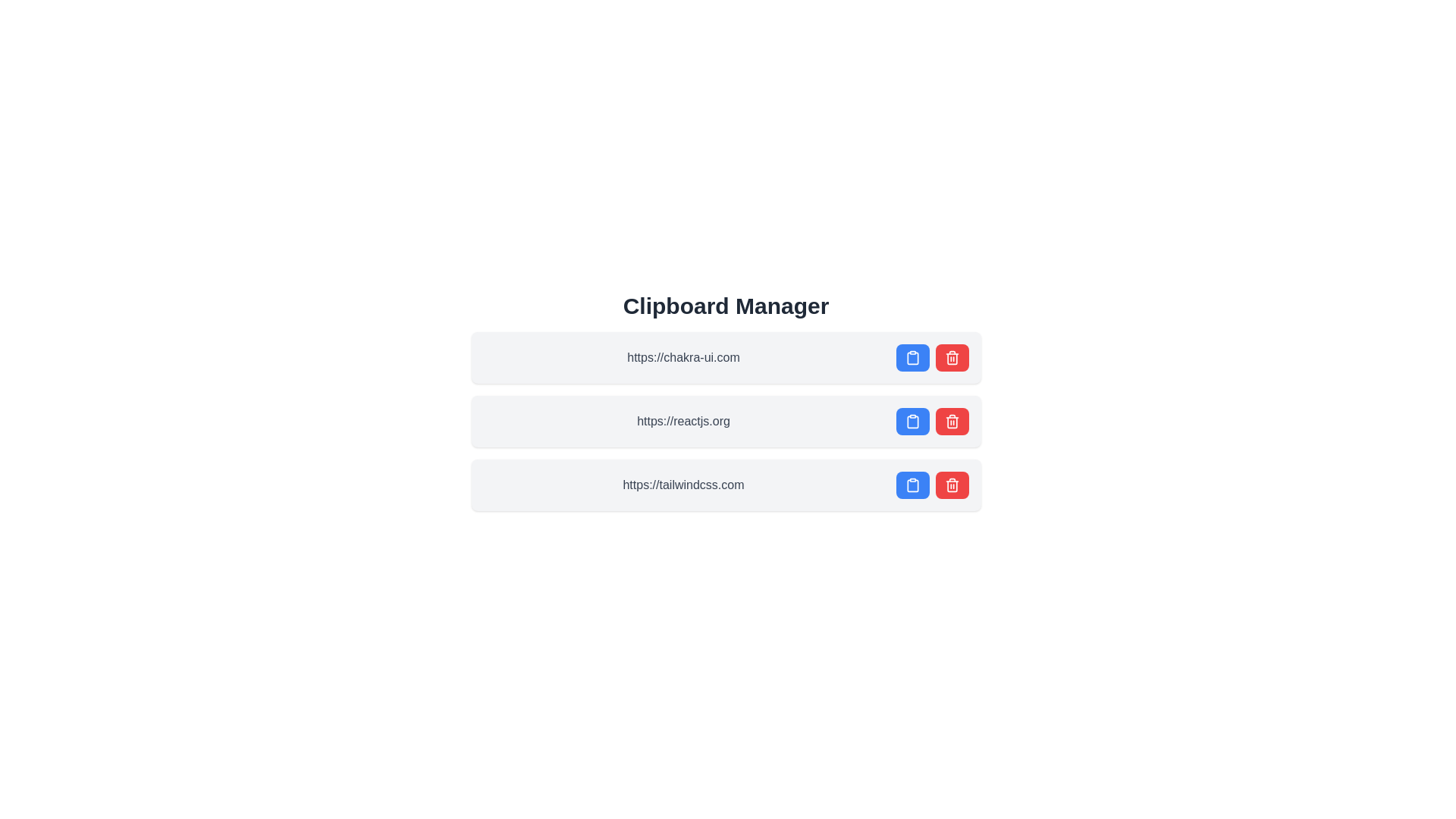  What do you see at coordinates (912, 357) in the screenshot?
I see `the clipboard icon, which is a blue rectangular clipboard with a clip at the top, located on the right side of the first row in a list of URLs` at bounding box center [912, 357].